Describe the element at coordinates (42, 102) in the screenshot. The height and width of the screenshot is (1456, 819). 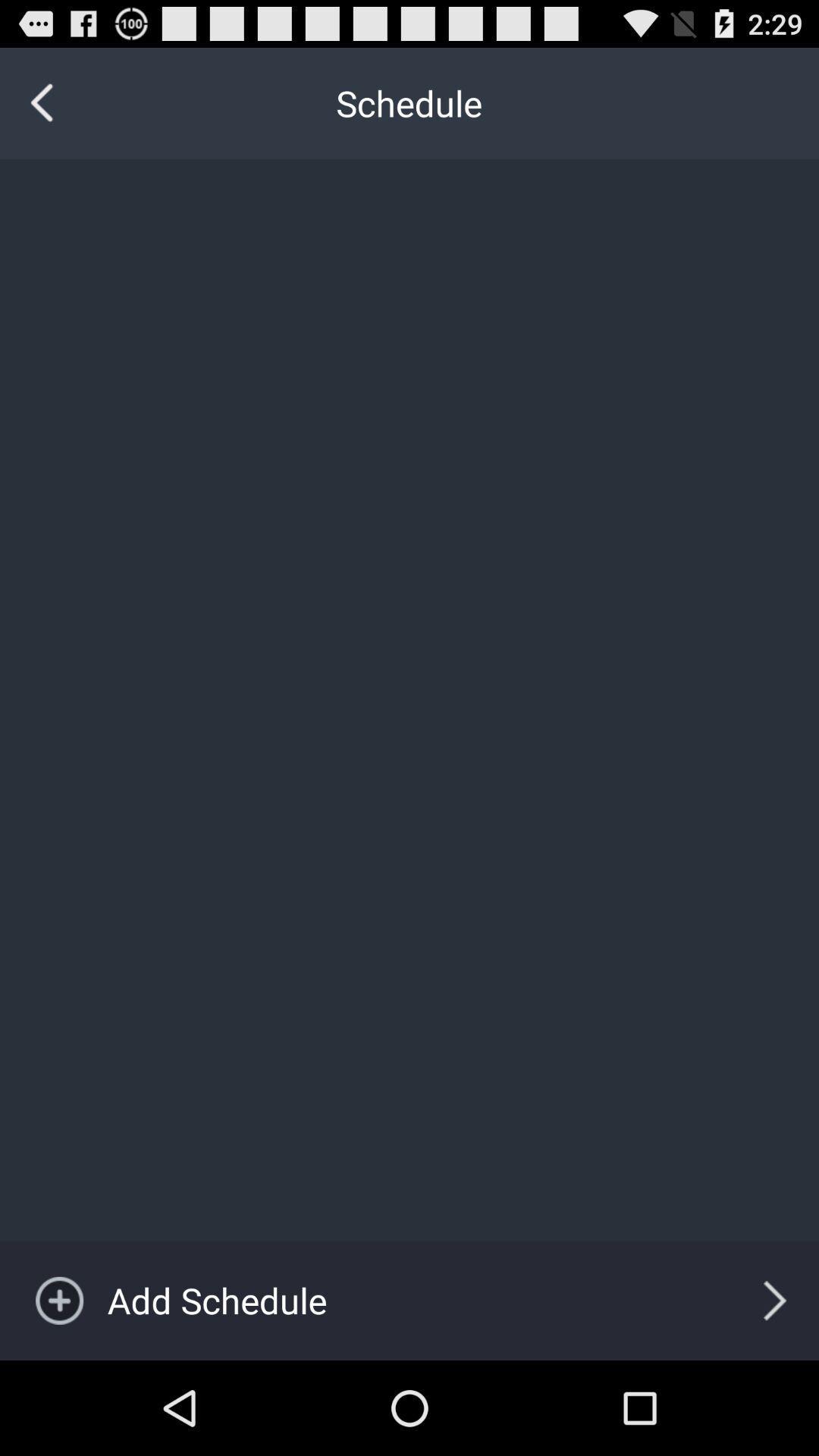
I see `item at the top left corner` at that location.